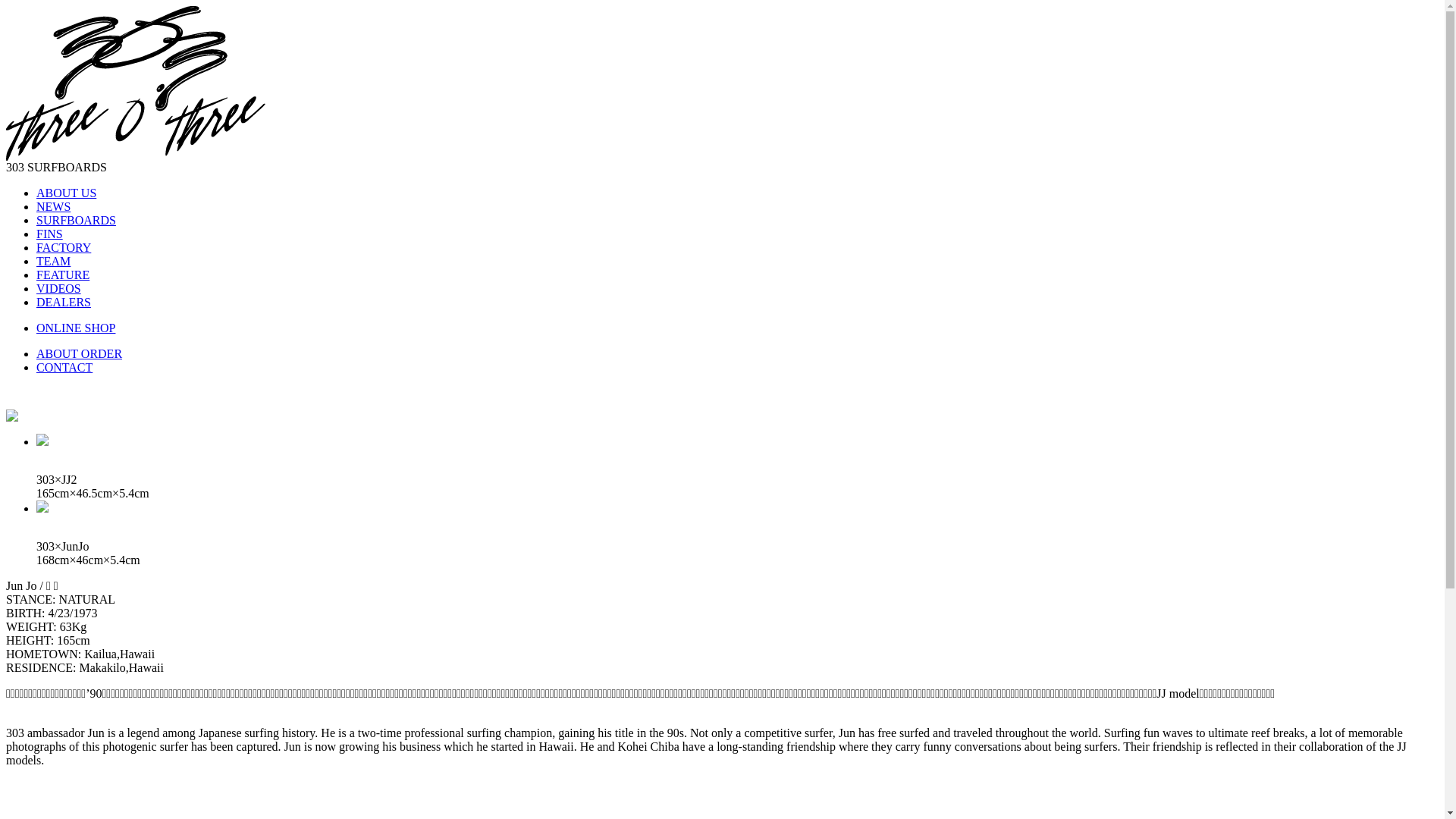  What do you see at coordinates (75, 220) in the screenshot?
I see `'SURFBOARDS'` at bounding box center [75, 220].